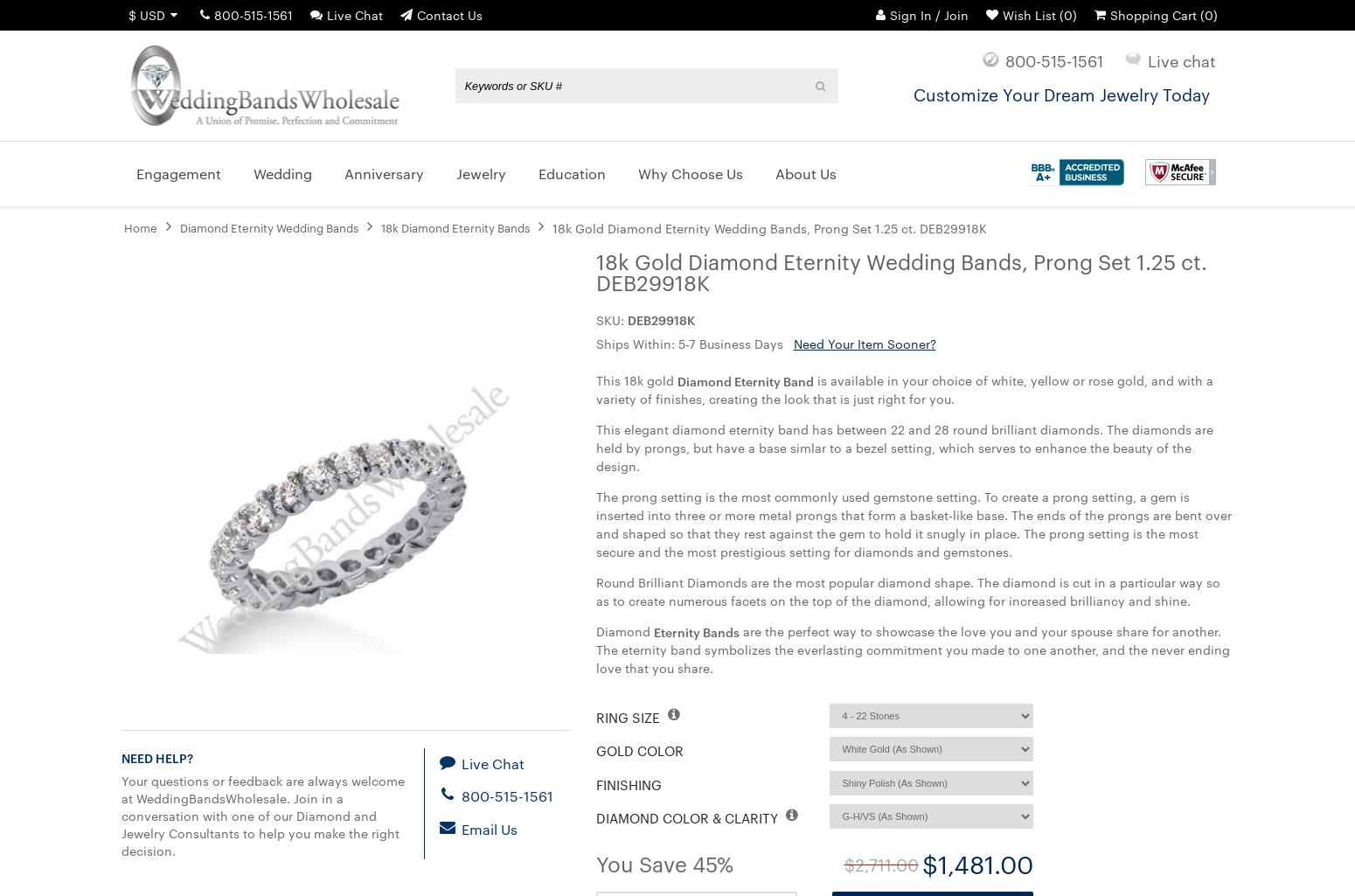 The width and height of the screenshot is (1355, 896). What do you see at coordinates (904, 446) in the screenshot?
I see `'This elegant diamond eternity band has between 22 and 28 round brilliant diamonds.  The diamonds are held by prongs, but have a base simlar to a bezel setting, which serves to enhance the beauty of the design.'` at bounding box center [904, 446].